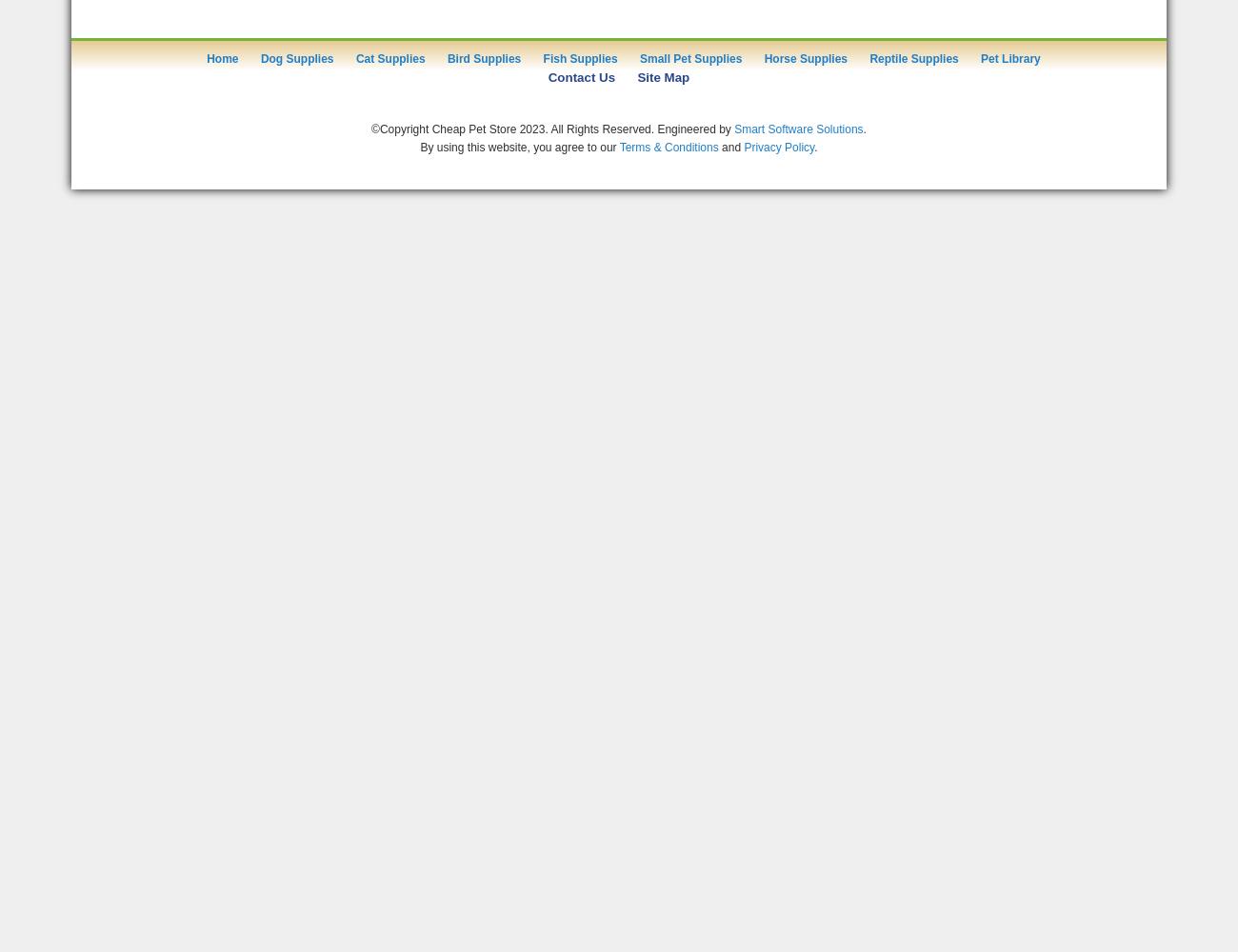  What do you see at coordinates (668, 147) in the screenshot?
I see `'Terms & Conditions'` at bounding box center [668, 147].